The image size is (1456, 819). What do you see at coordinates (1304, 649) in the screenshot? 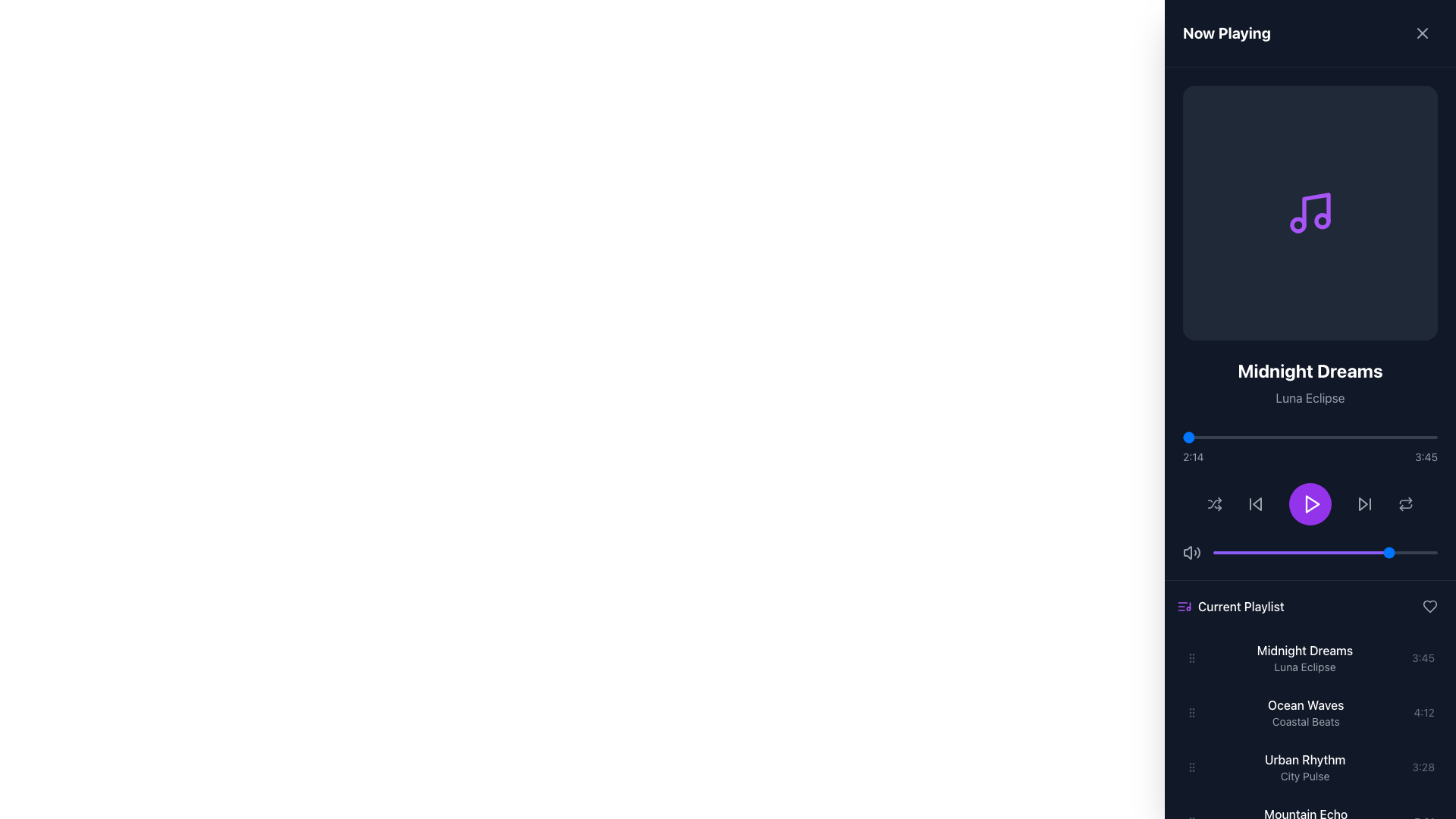
I see `the text label displaying 'Midnight Dreams' in a white font against a dark background, located at the top of the 'Current Playlist' section` at bounding box center [1304, 649].